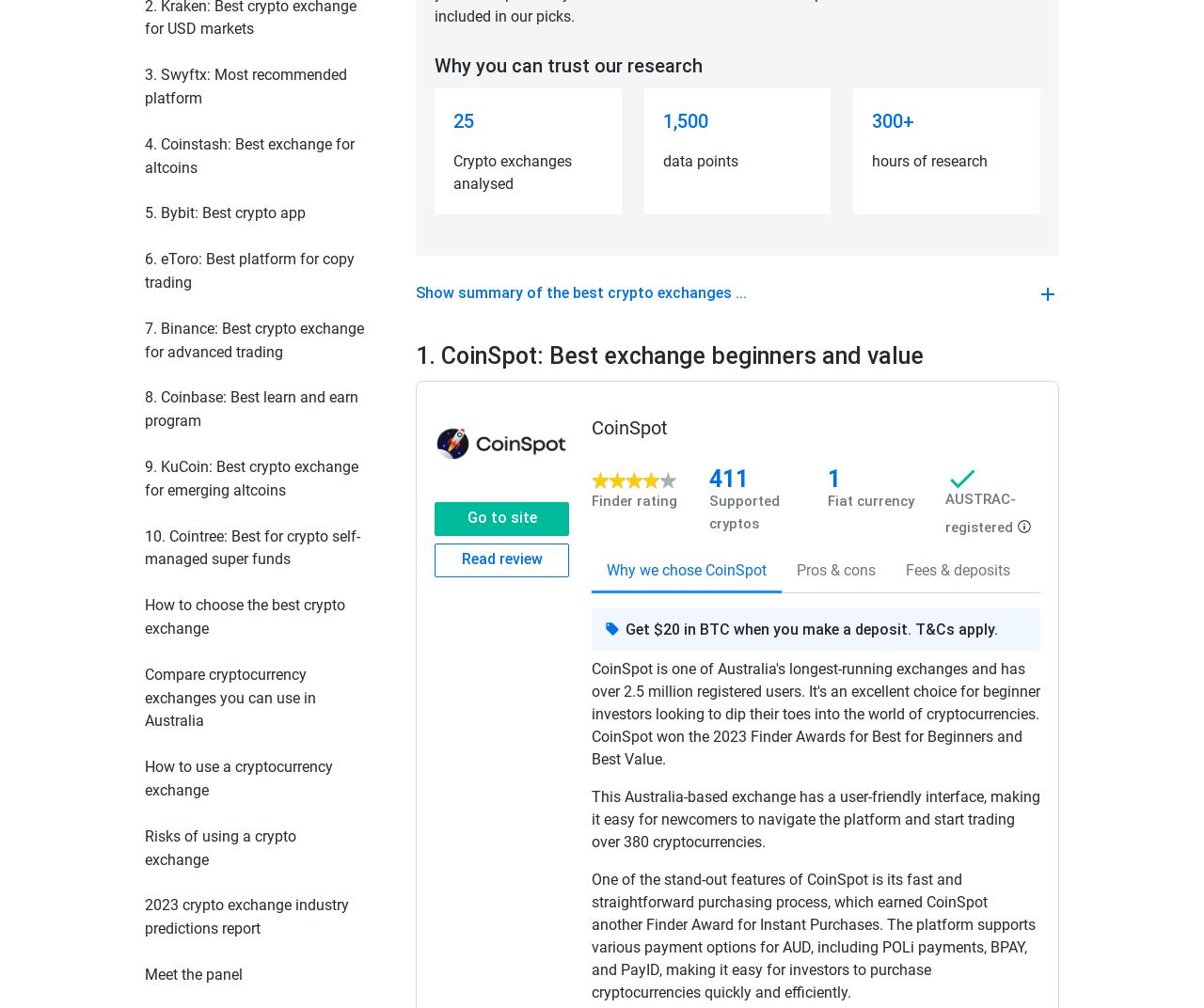 This screenshot has width=1204, height=1008. What do you see at coordinates (250, 478) in the screenshot?
I see `'9. KuCoin: Best crypto exchange for emerging altcoins'` at bounding box center [250, 478].